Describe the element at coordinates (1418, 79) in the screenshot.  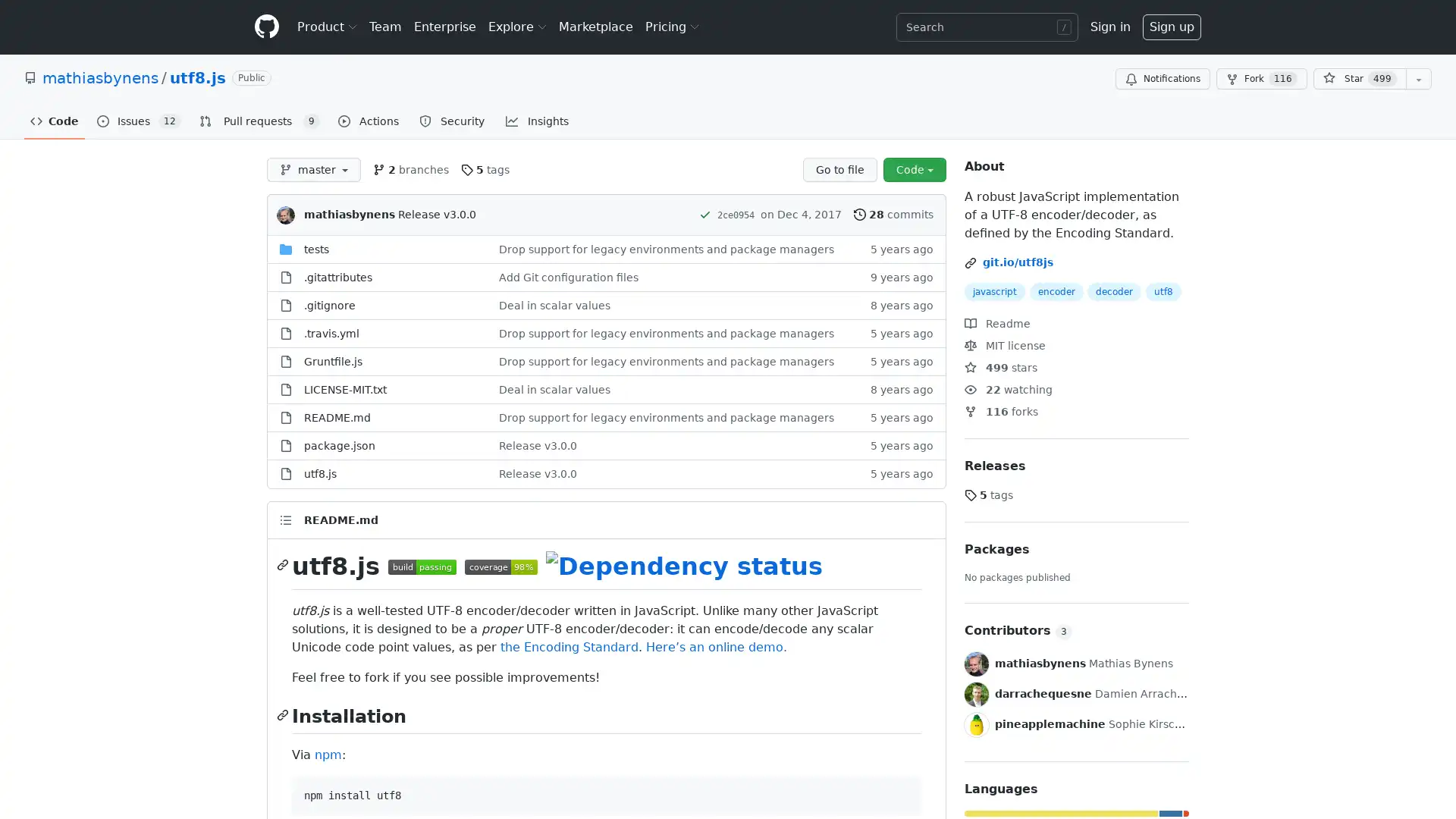
I see `You must be signed in to add this repository to a list` at that location.